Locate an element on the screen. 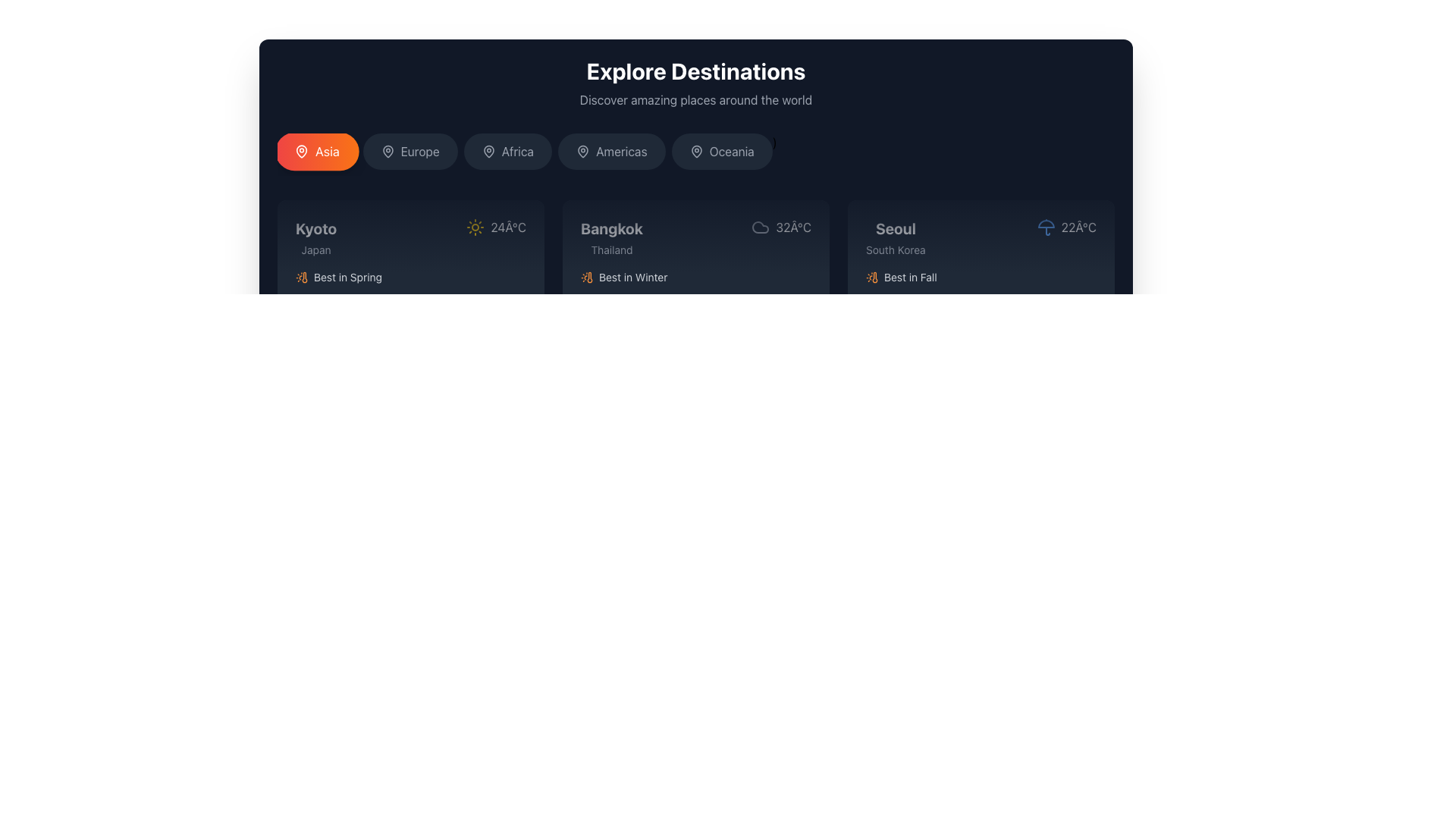  the text label displaying '22Â°C', styled in white, located to the right of the umbrella icon in the 'Seoul' weather card is located at coordinates (1078, 227).